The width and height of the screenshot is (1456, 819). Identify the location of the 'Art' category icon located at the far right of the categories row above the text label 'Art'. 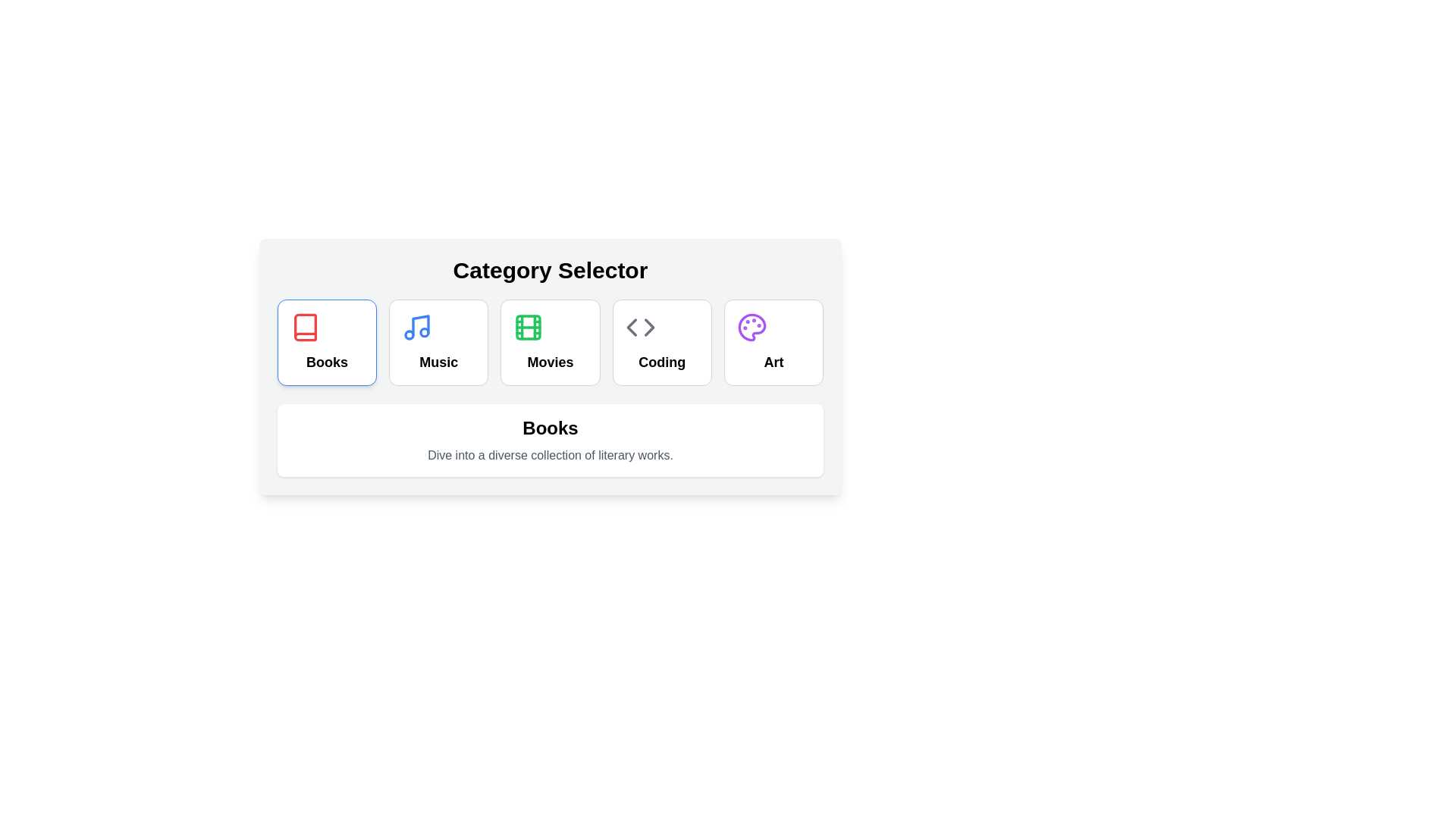
(752, 327).